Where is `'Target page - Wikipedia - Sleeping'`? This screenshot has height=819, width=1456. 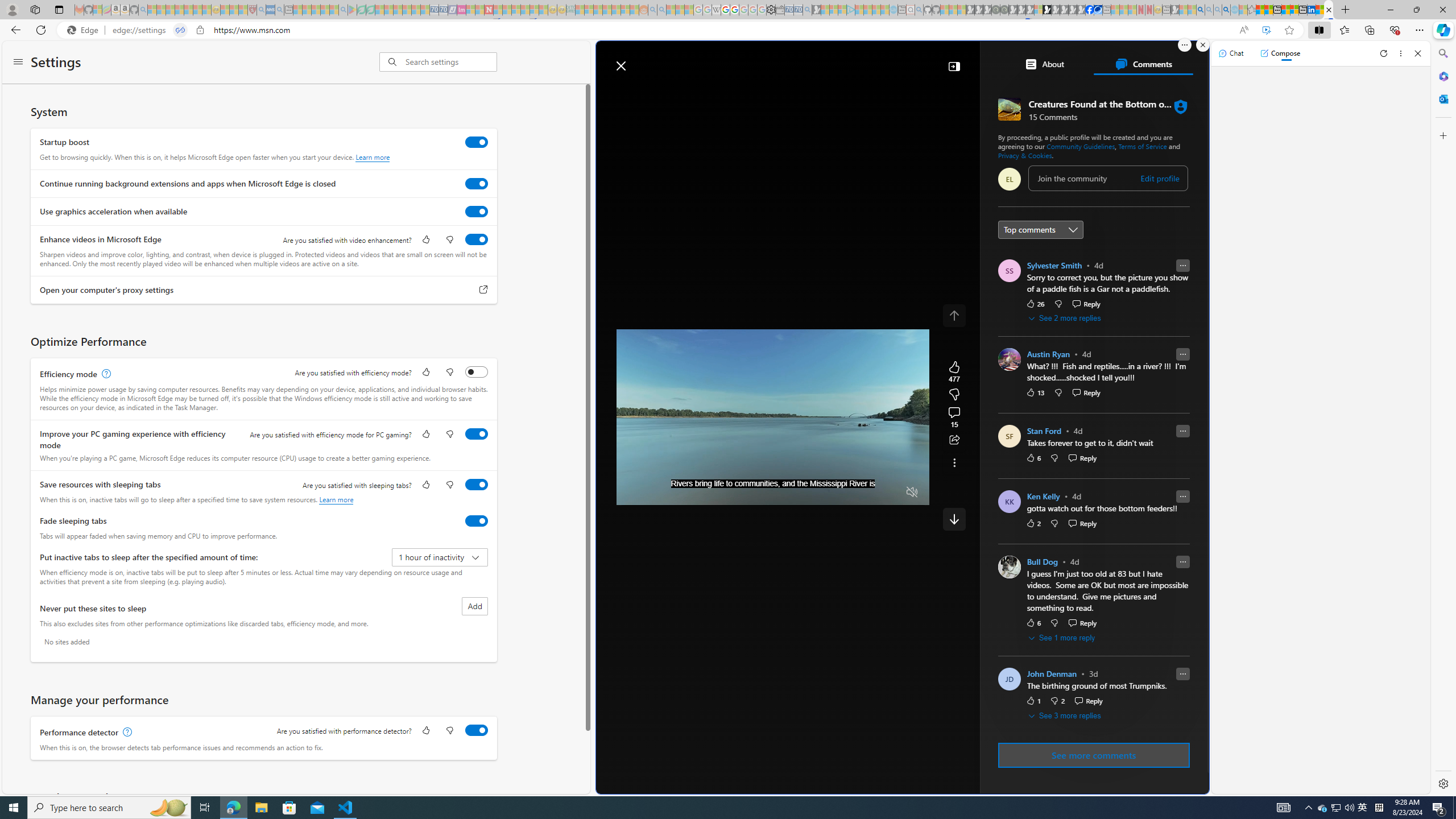 'Target page - Wikipedia - Sleeping' is located at coordinates (716, 9).